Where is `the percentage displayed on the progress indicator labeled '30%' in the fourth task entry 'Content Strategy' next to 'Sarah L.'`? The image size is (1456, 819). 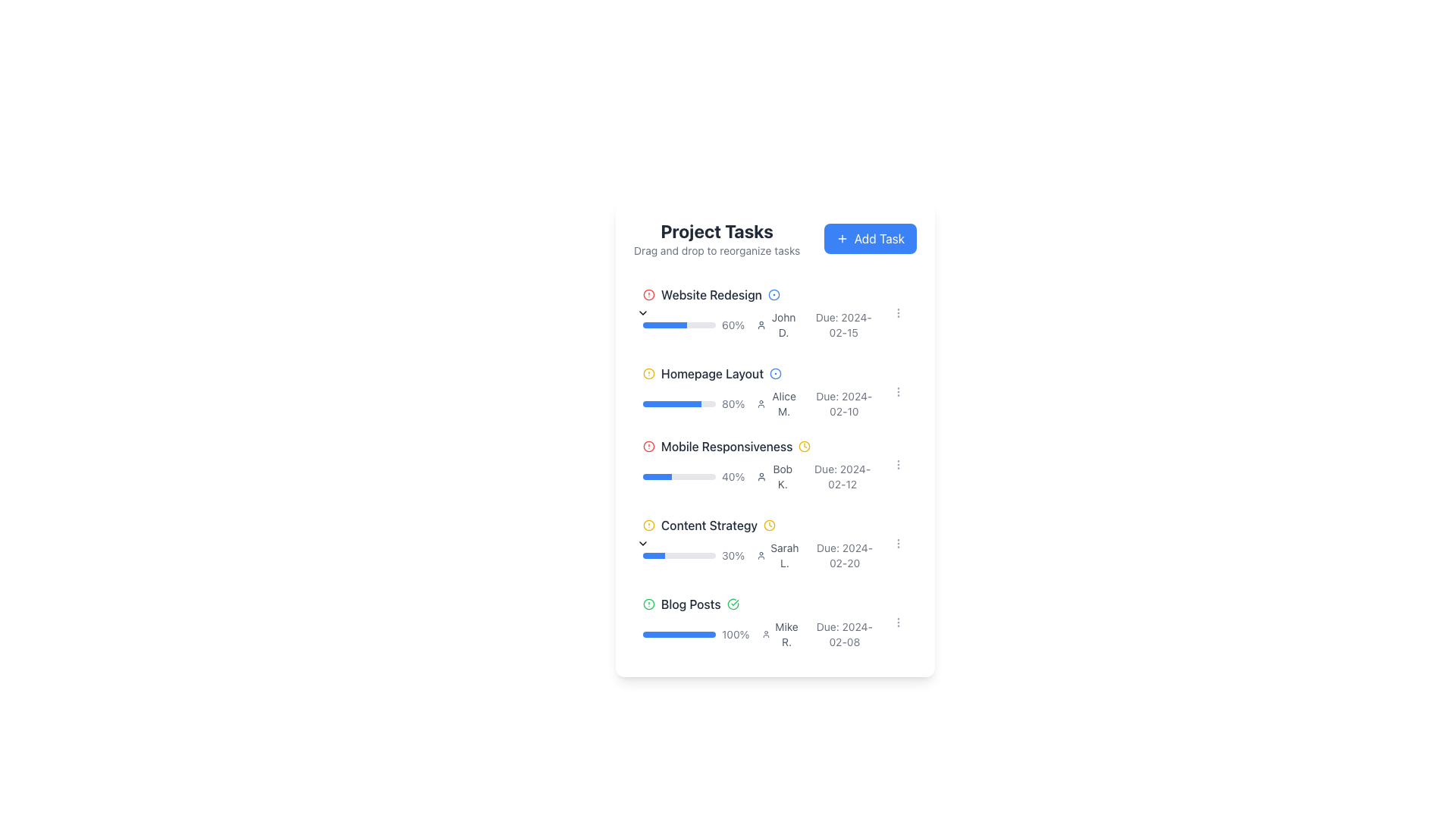
the percentage displayed on the progress indicator labeled '30%' in the fourth task entry 'Content Strategy' next to 'Sarah L.' is located at coordinates (693, 555).